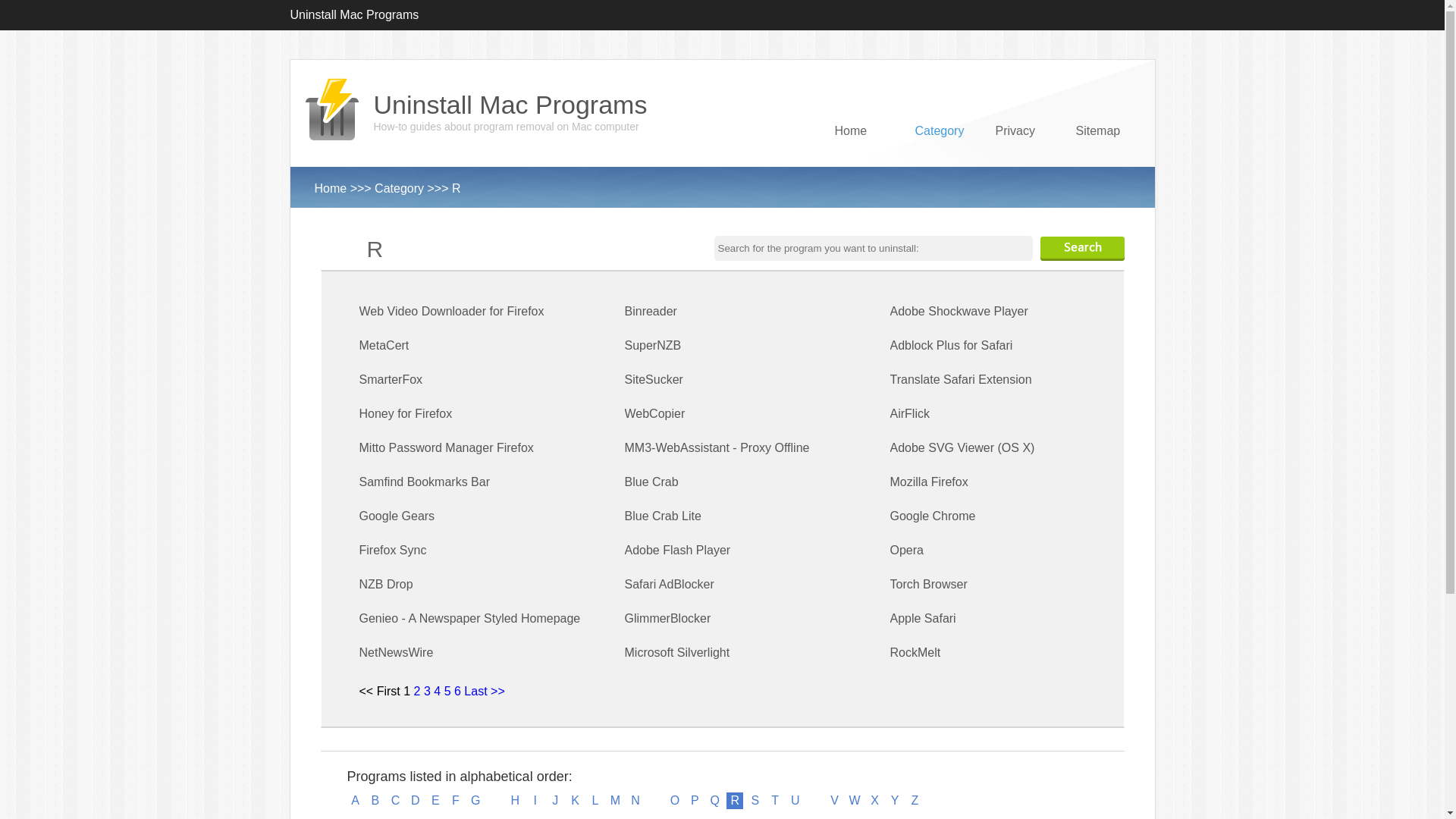 Image resolution: width=1456 pixels, height=819 pixels. Describe the element at coordinates (735, 800) in the screenshot. I see `'R'` at that location.